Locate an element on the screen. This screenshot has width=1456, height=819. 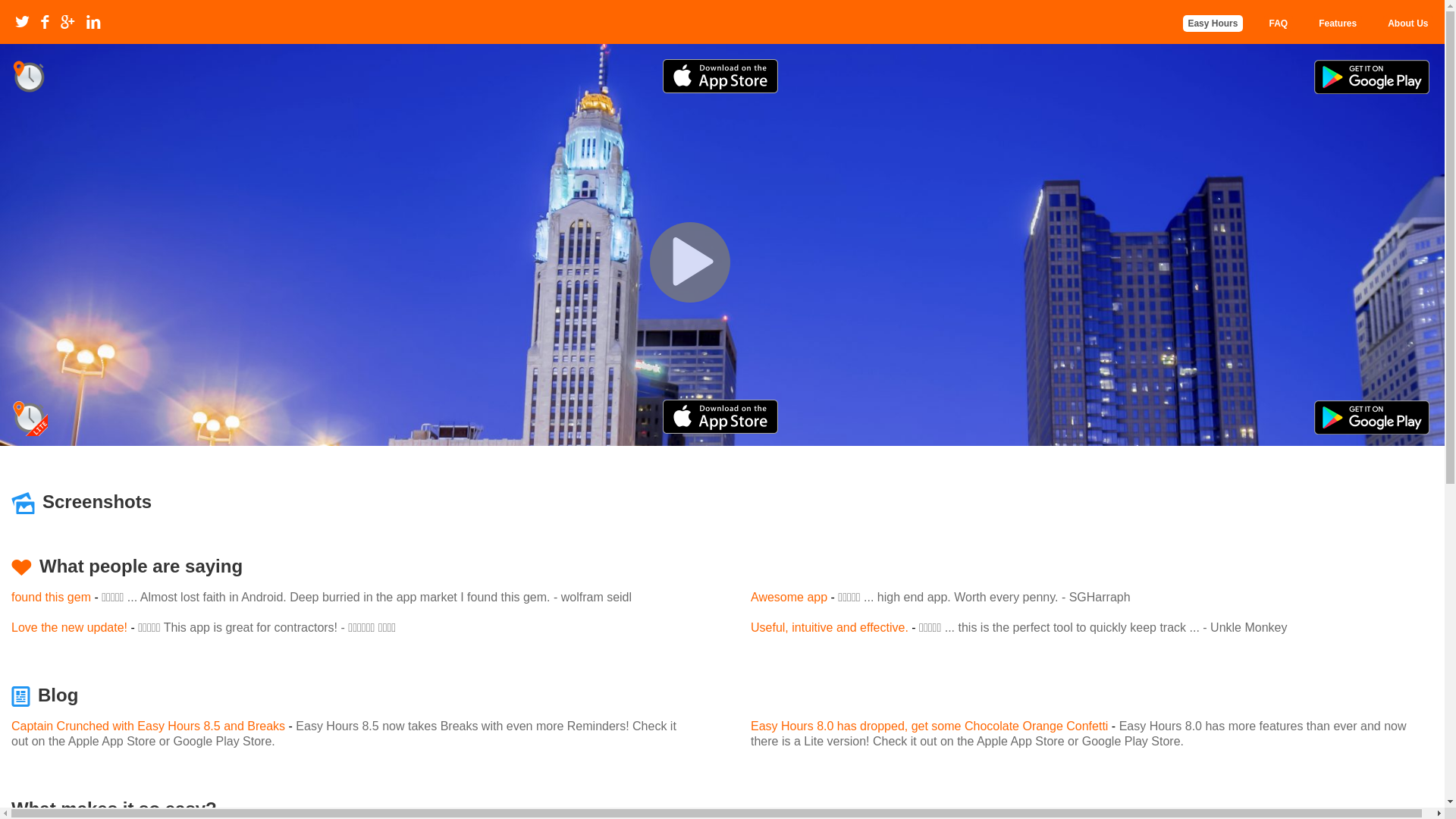
'found this gem' is located at coordinates (51, 596).